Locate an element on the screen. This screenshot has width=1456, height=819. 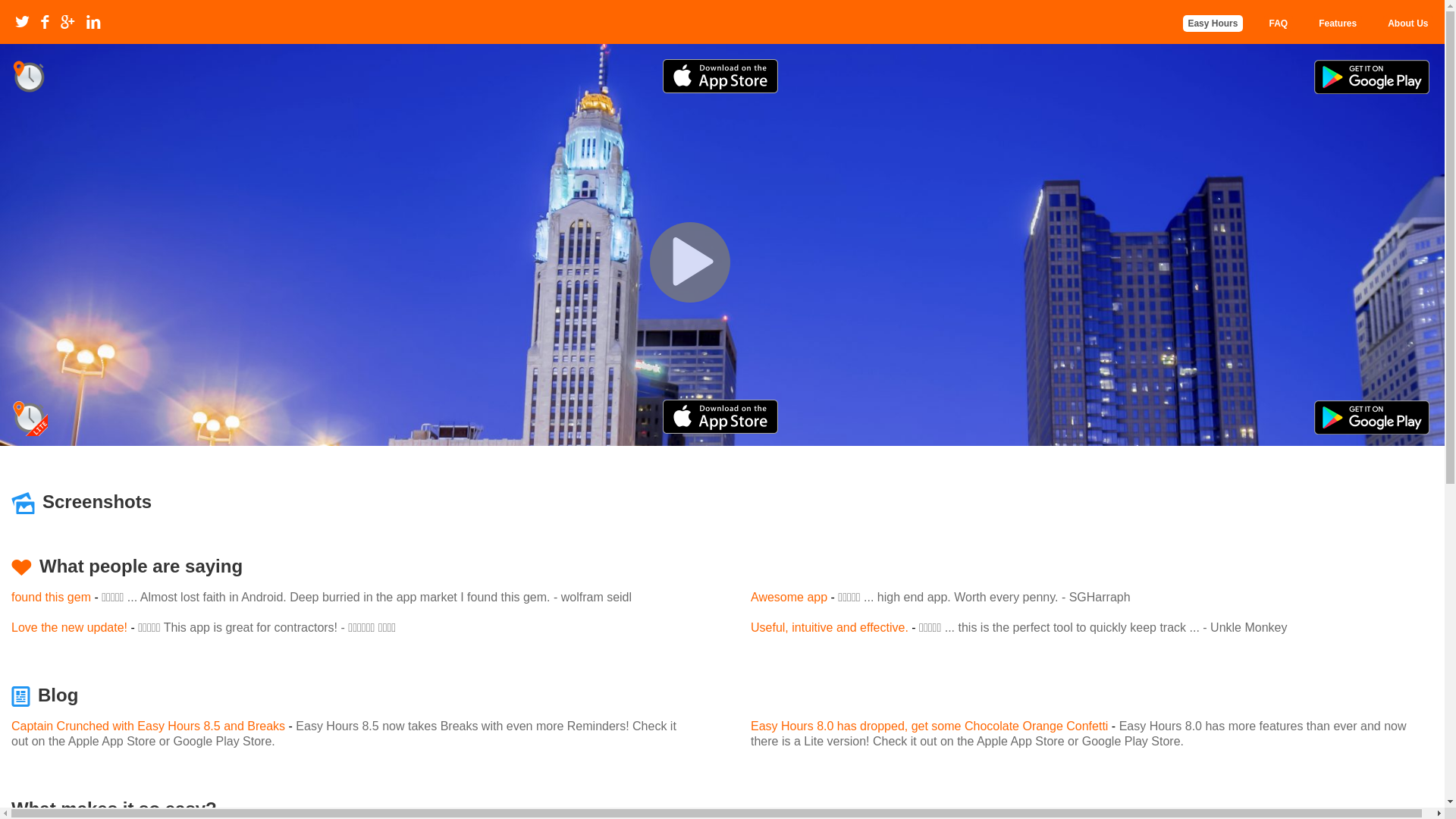
'found this gem' is located at coordinates (51, 596).